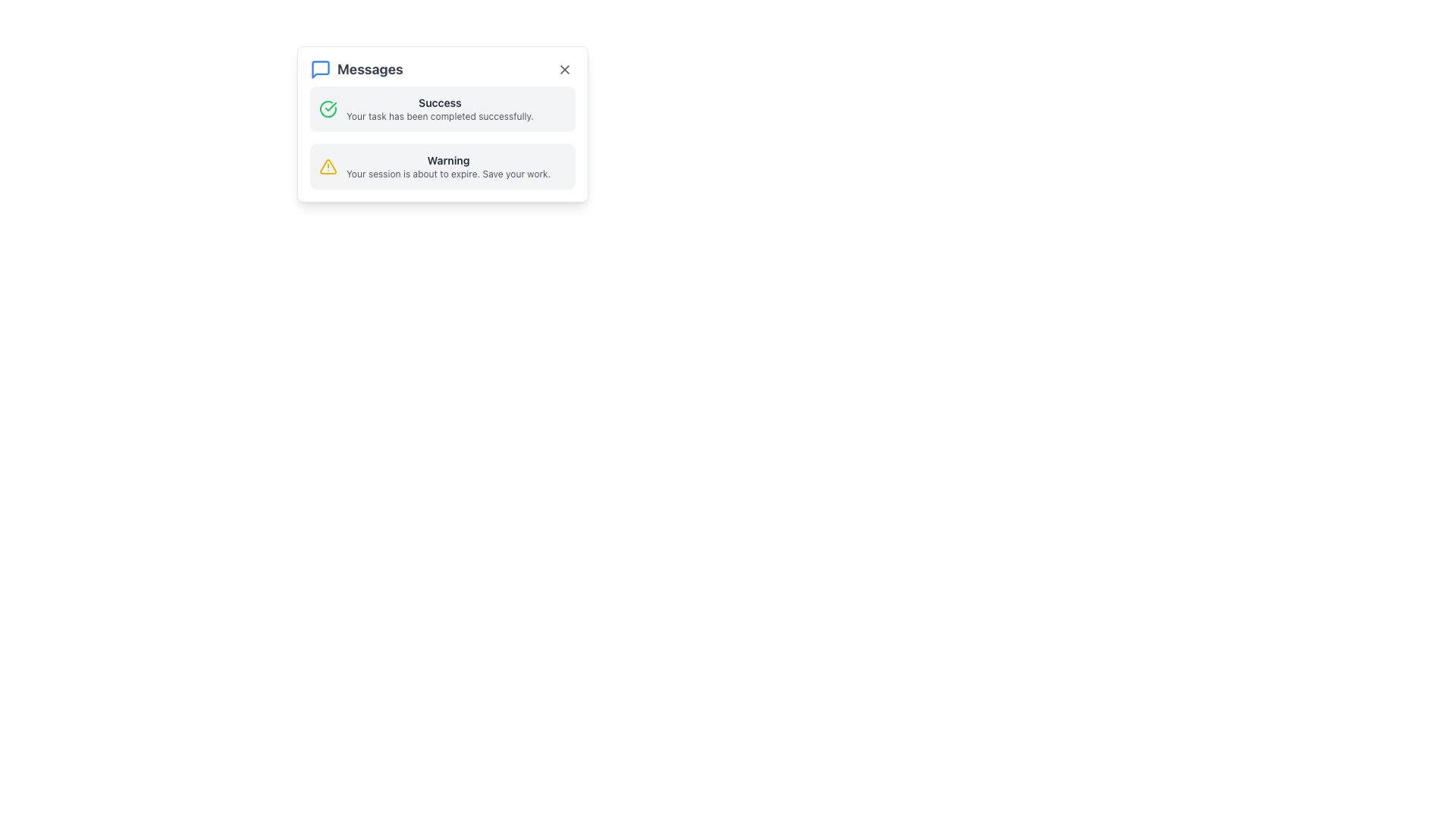  Describe the element at coordinates (563, 70) in the screenshot. I see `the Close button icon located in the top-right corner of the 'Messages' notification card` at that location.